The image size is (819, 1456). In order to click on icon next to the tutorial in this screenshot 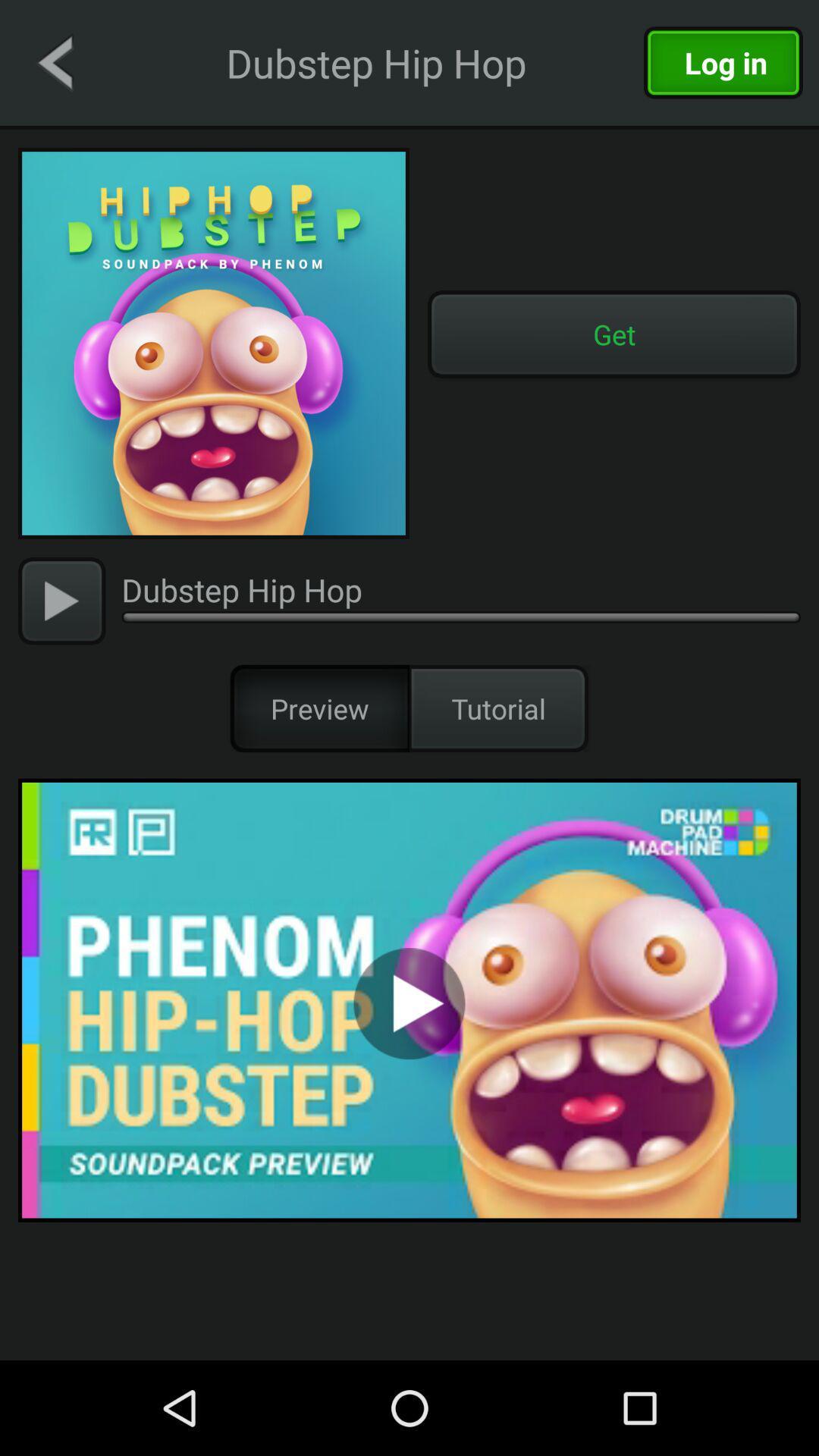, I will do `click(318, 708)`.